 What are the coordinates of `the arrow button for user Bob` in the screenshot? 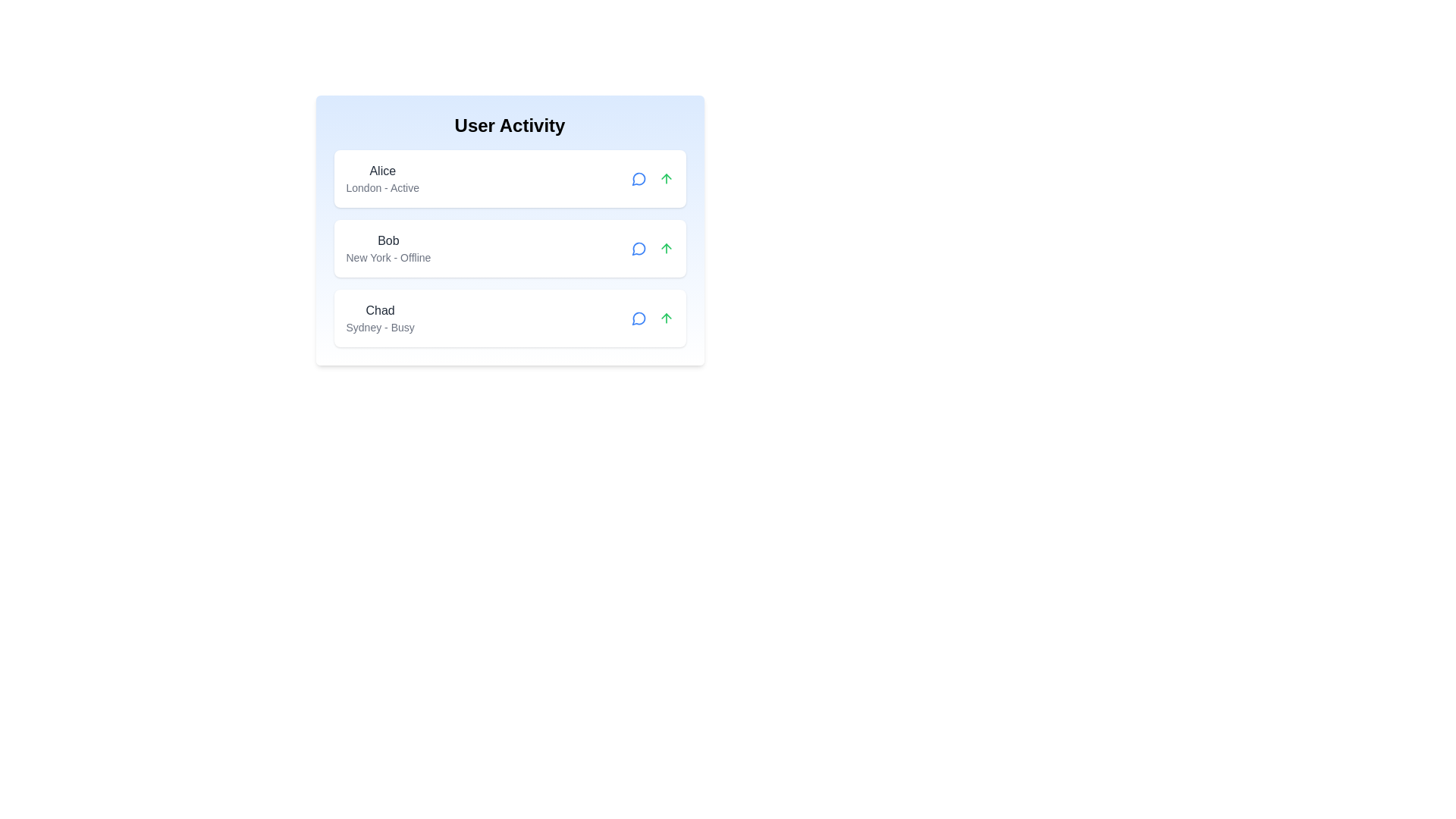 It's located at (666, 247).